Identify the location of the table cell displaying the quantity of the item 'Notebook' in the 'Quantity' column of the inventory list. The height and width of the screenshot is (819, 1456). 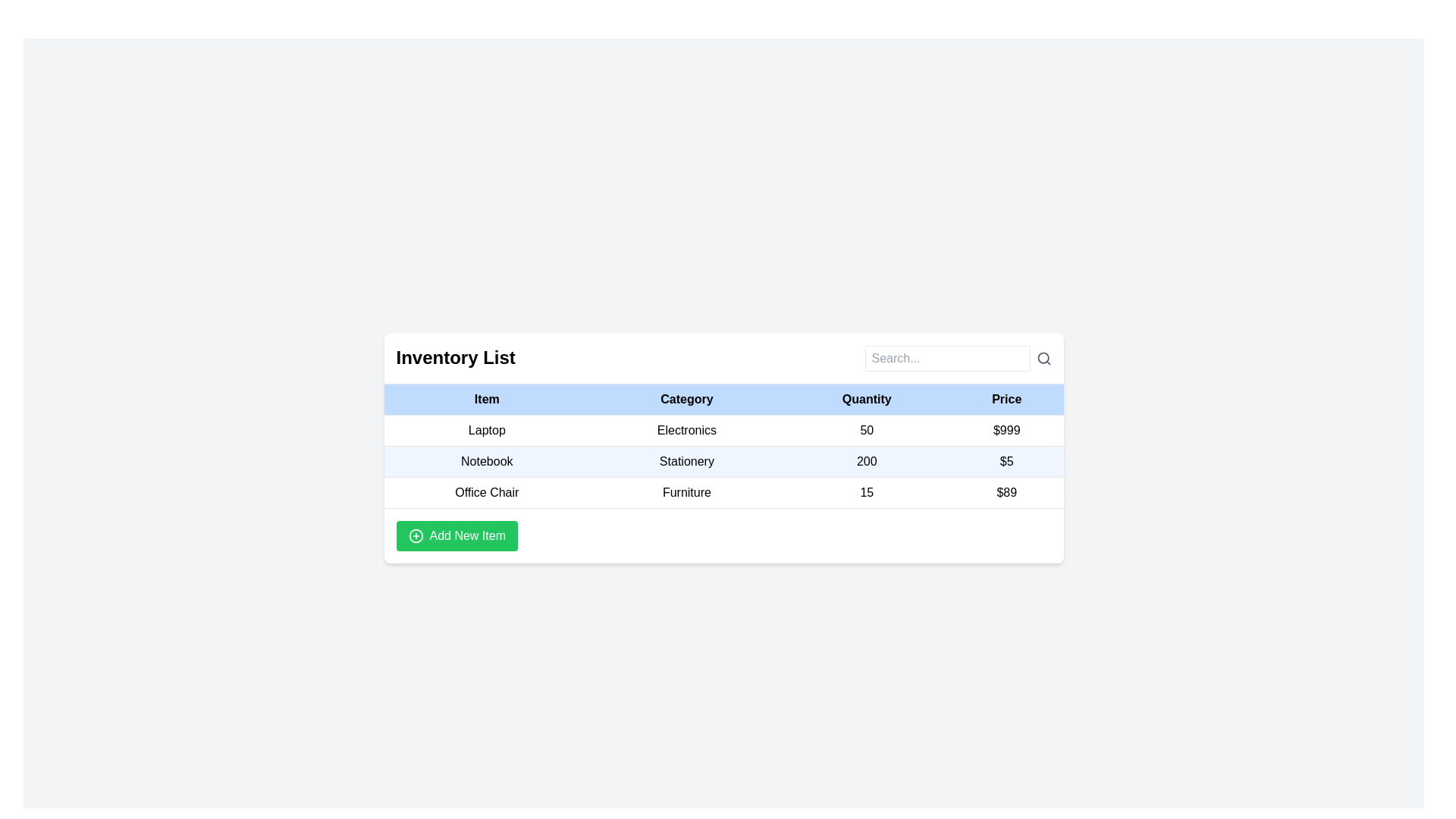
(867, 460).